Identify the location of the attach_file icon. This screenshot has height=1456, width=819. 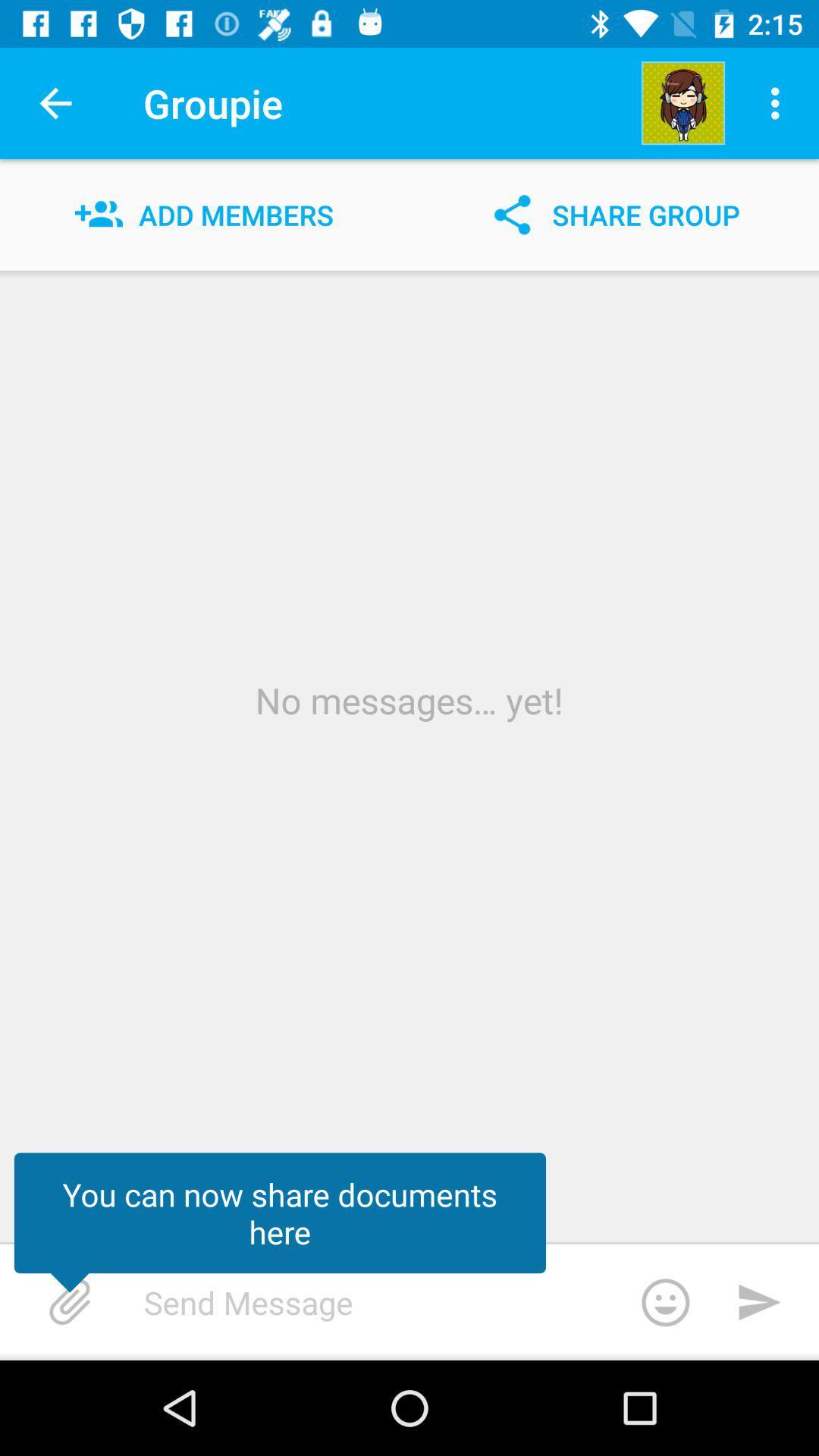
(70, 1301).